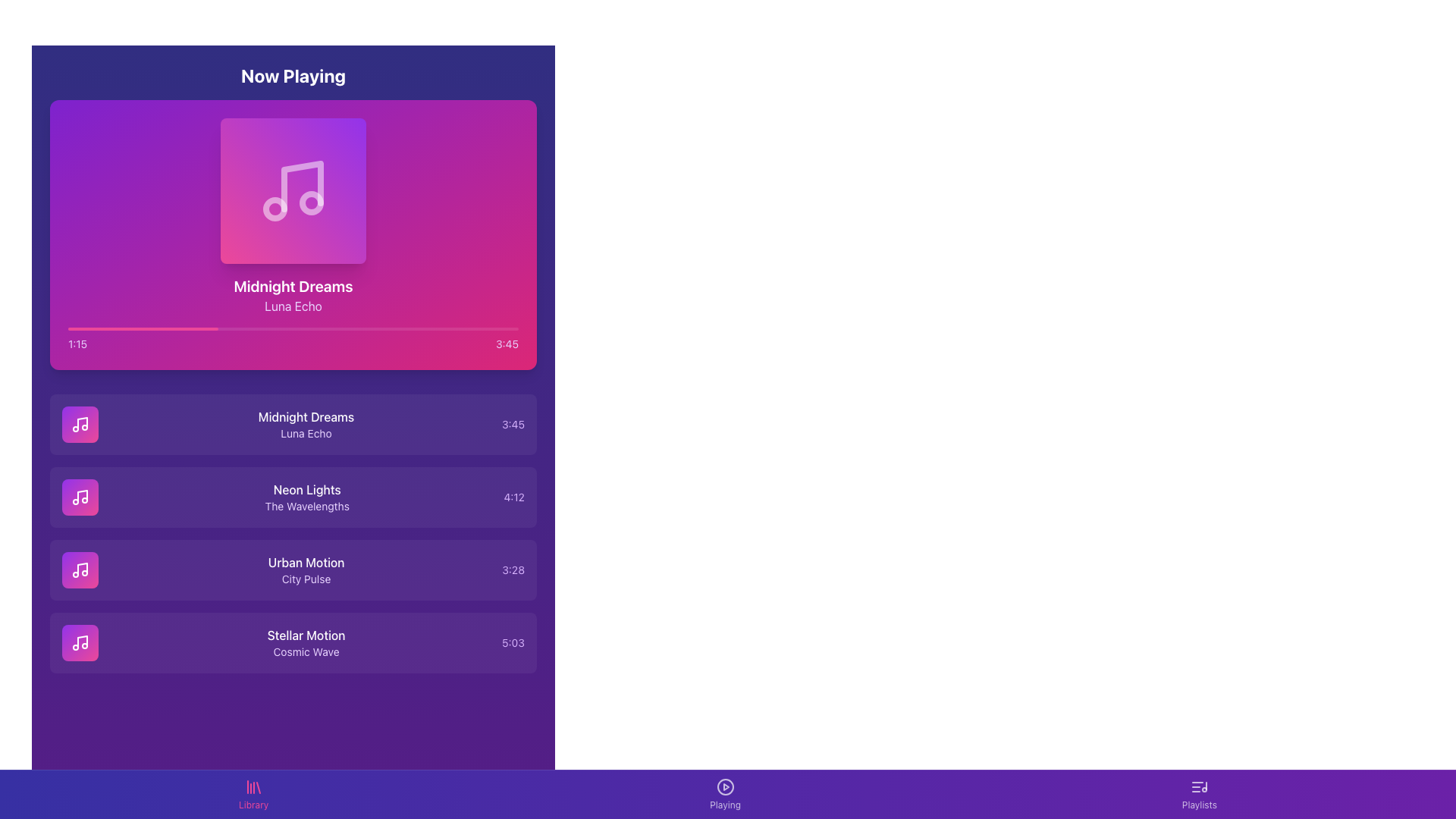 This screenshot has width=1456, height=819. I want to click on the text block displaying the song title 'Neon Lights' by 'The Wavelengths' to highlight it, so click(306, 497).